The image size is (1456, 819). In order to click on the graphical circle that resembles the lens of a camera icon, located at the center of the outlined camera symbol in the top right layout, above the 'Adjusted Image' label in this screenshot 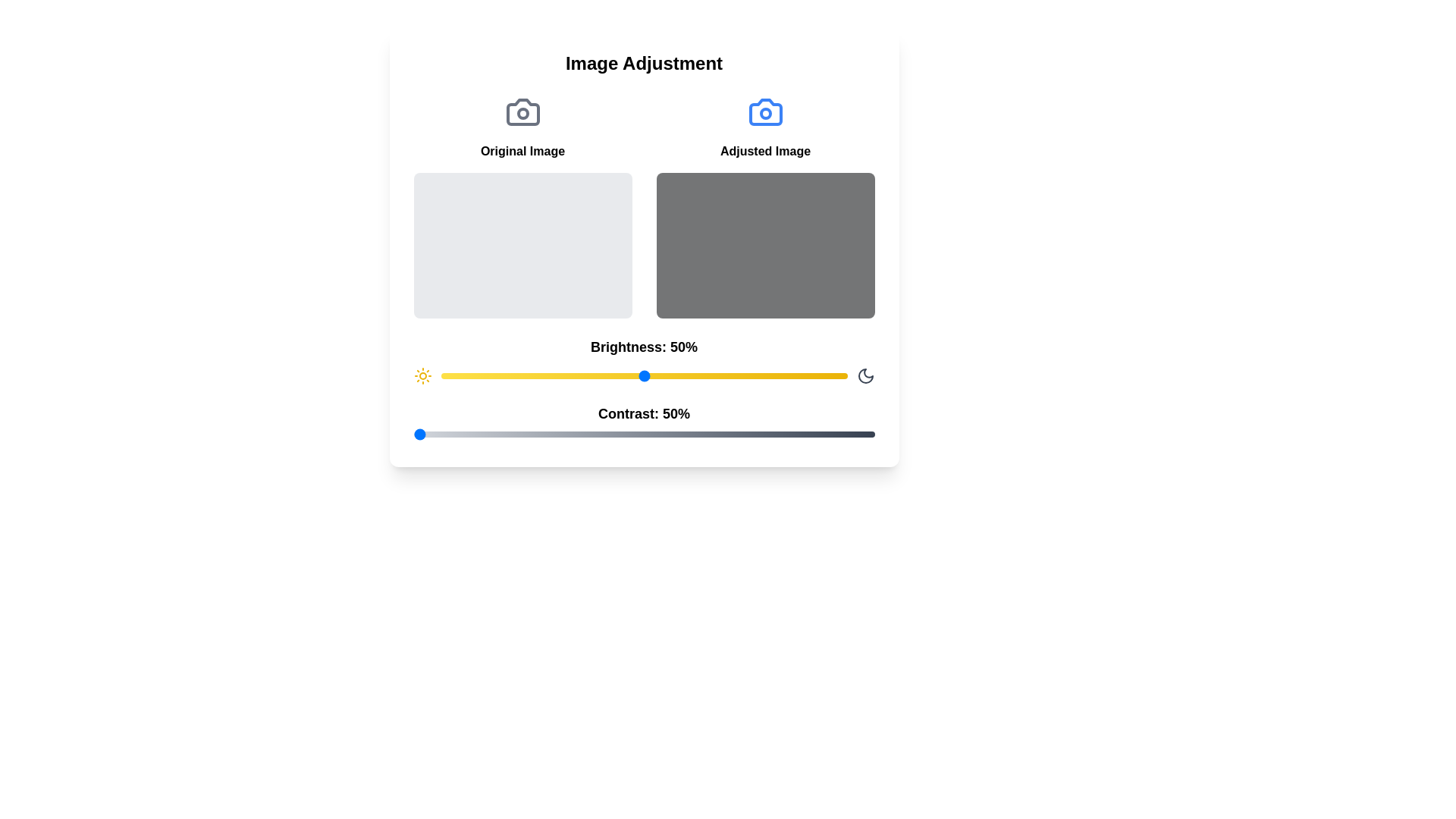, I will do `click(765, 113)`.